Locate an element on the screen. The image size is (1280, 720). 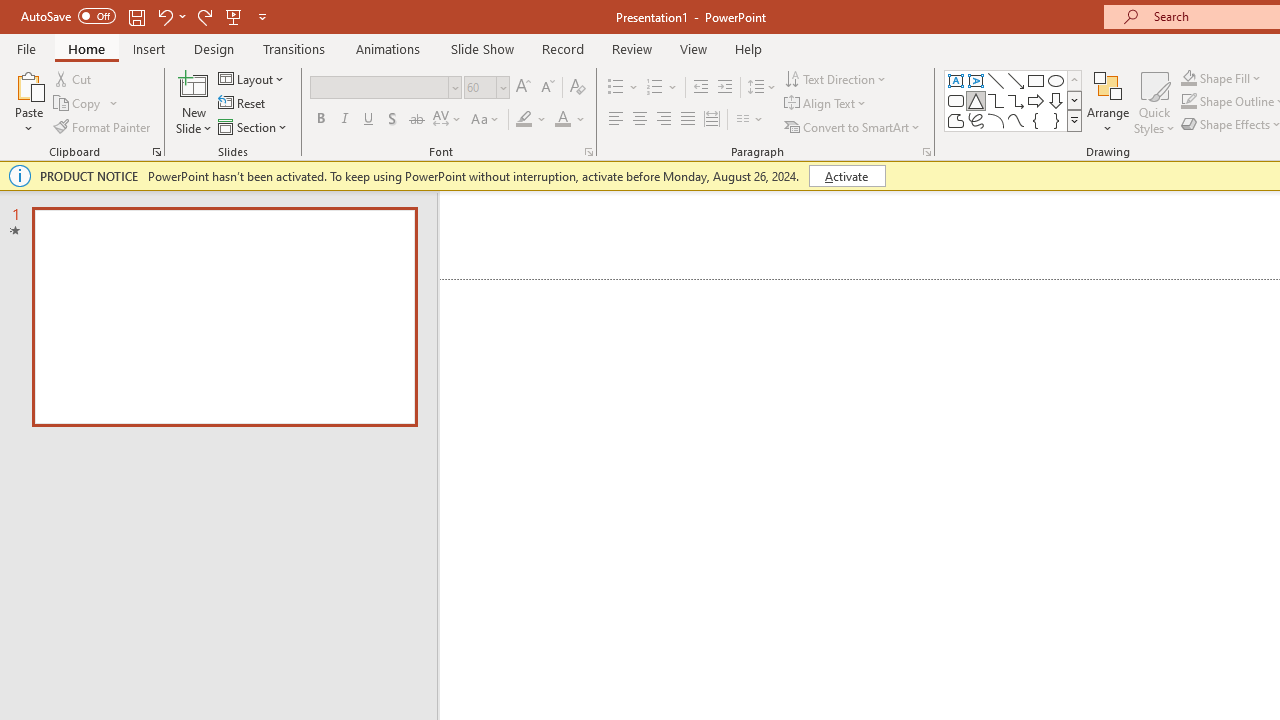
'New Slide' is located at coordinates (193, 103).